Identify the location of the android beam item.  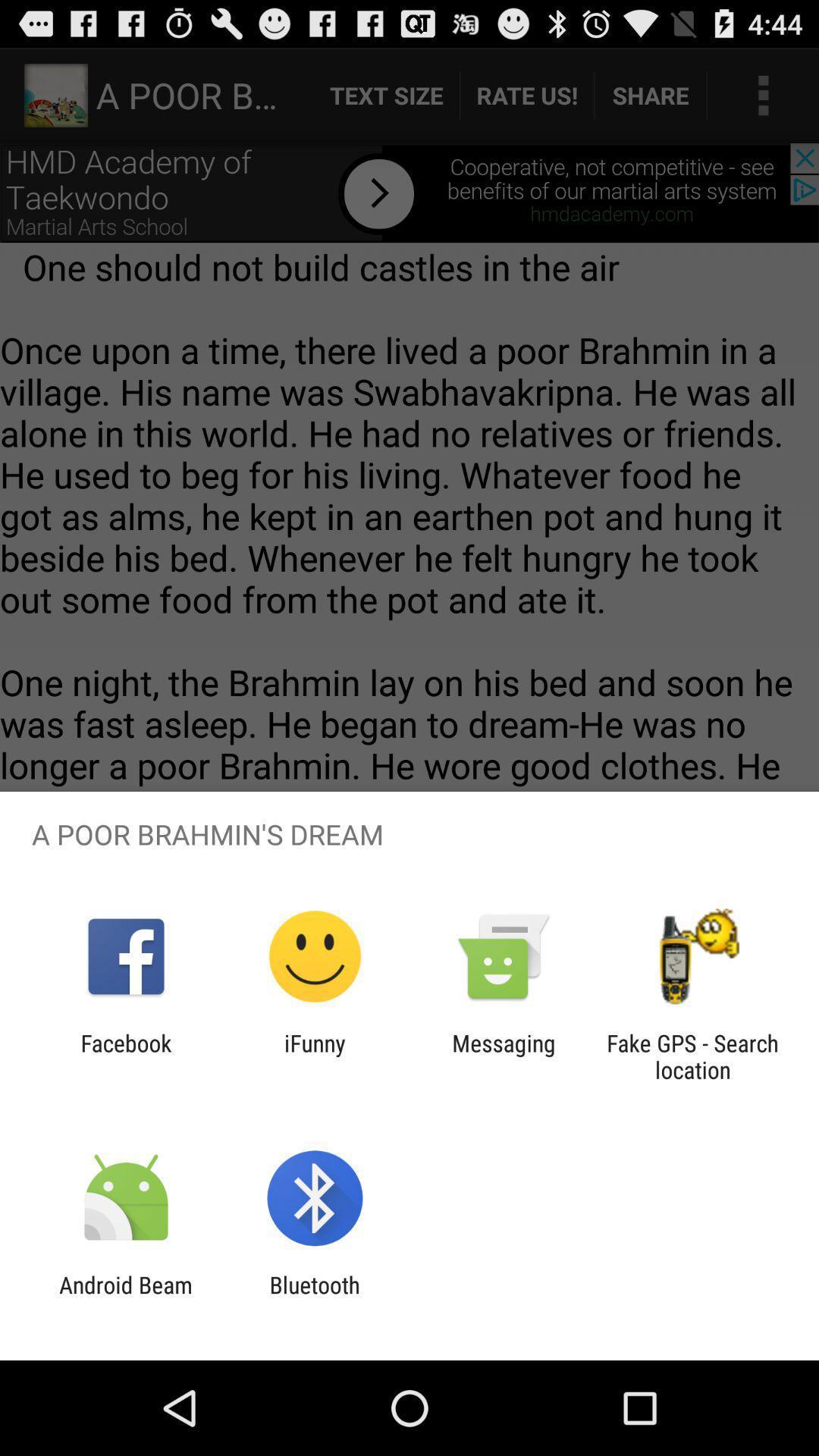
(125, 1298).